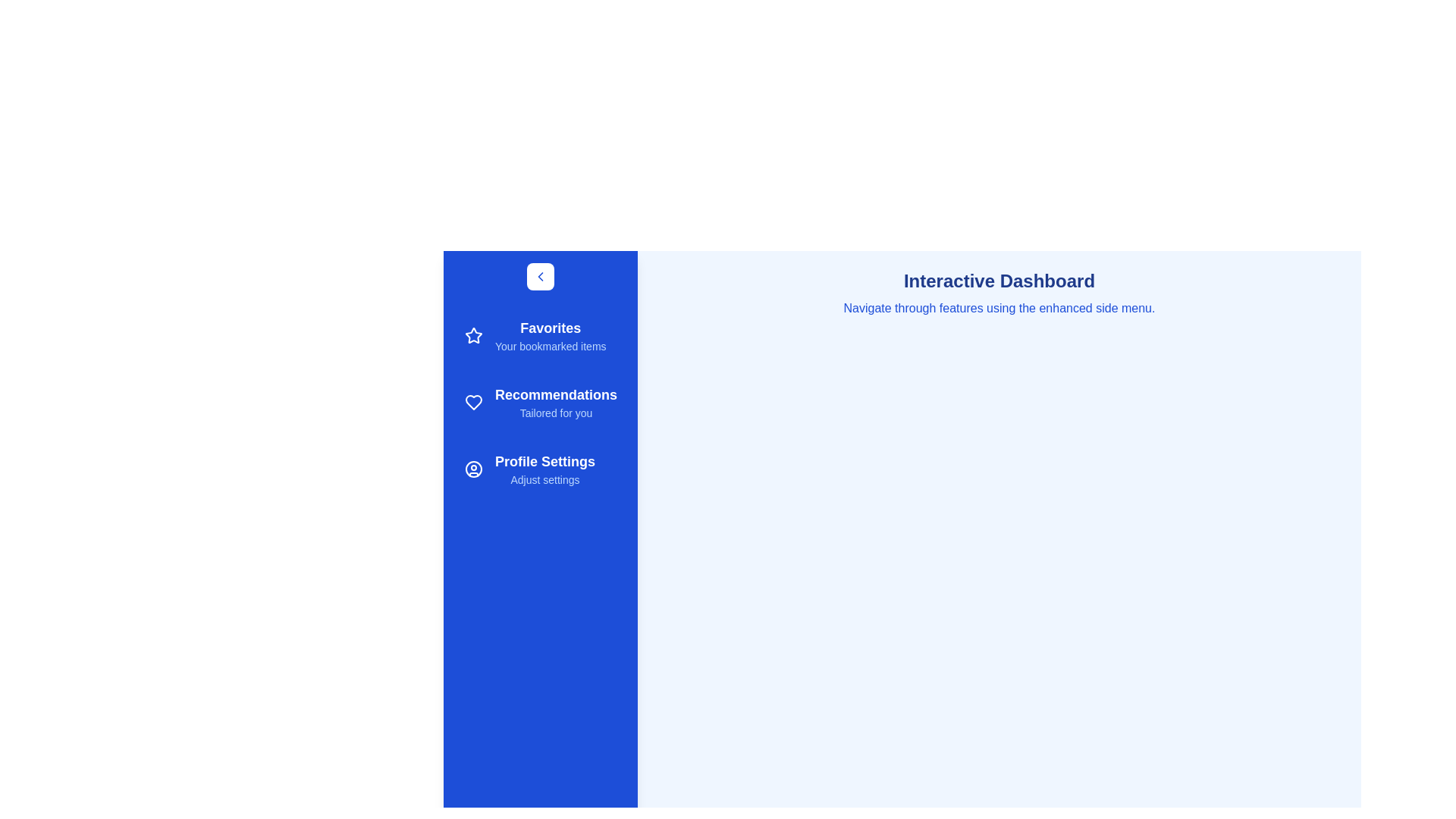 The height and width of the screenshot is (819, 1456). What do you see at coordinates (541, 468) in the screenshot?
I see `the sidebar item labeled Profile Settings to observe its hover effect` at bounding box center [541, 468].